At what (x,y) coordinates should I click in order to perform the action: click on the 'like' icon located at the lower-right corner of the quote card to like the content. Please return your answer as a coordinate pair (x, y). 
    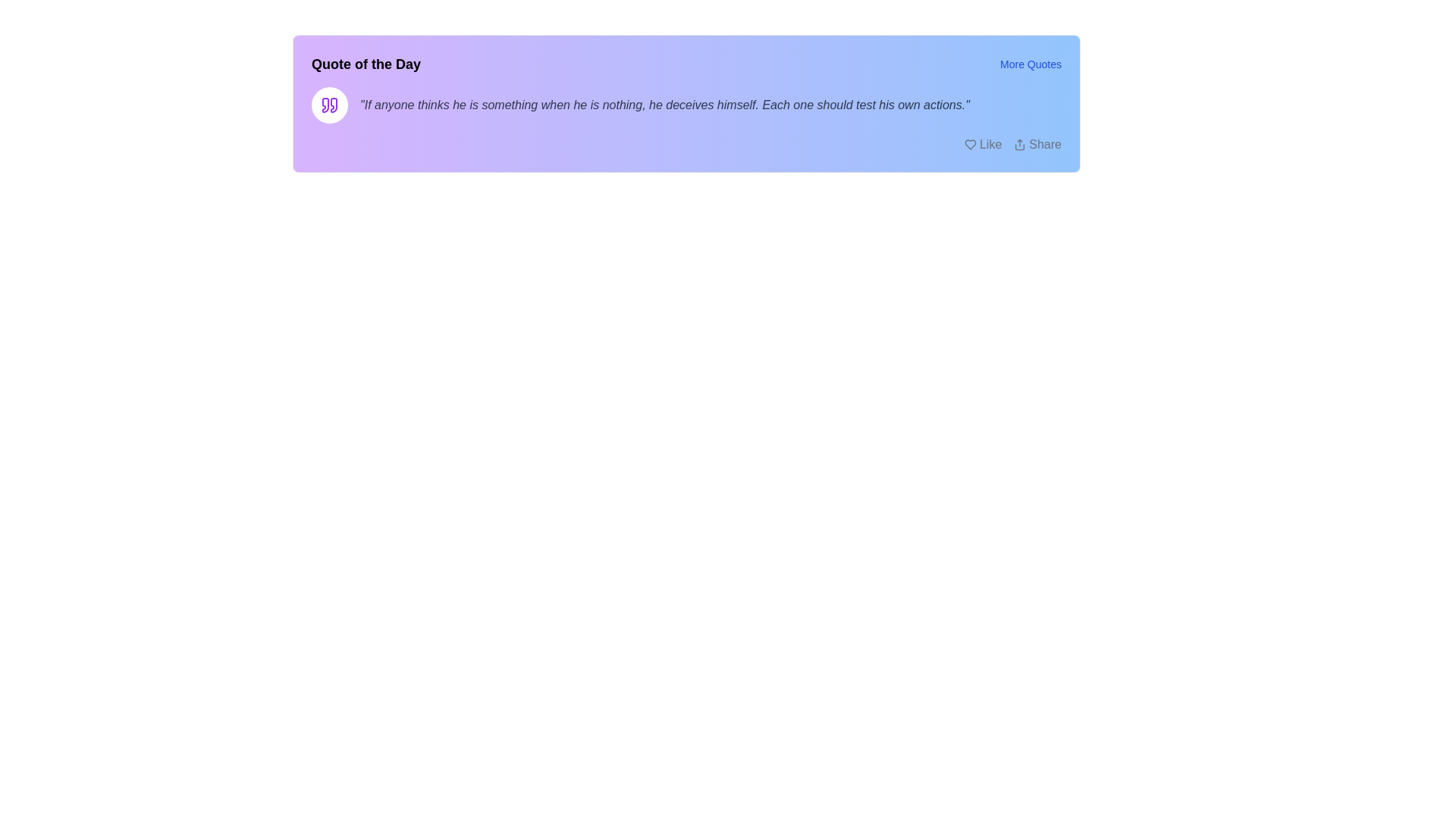
    Looking at the image, I should click on (969, 145).